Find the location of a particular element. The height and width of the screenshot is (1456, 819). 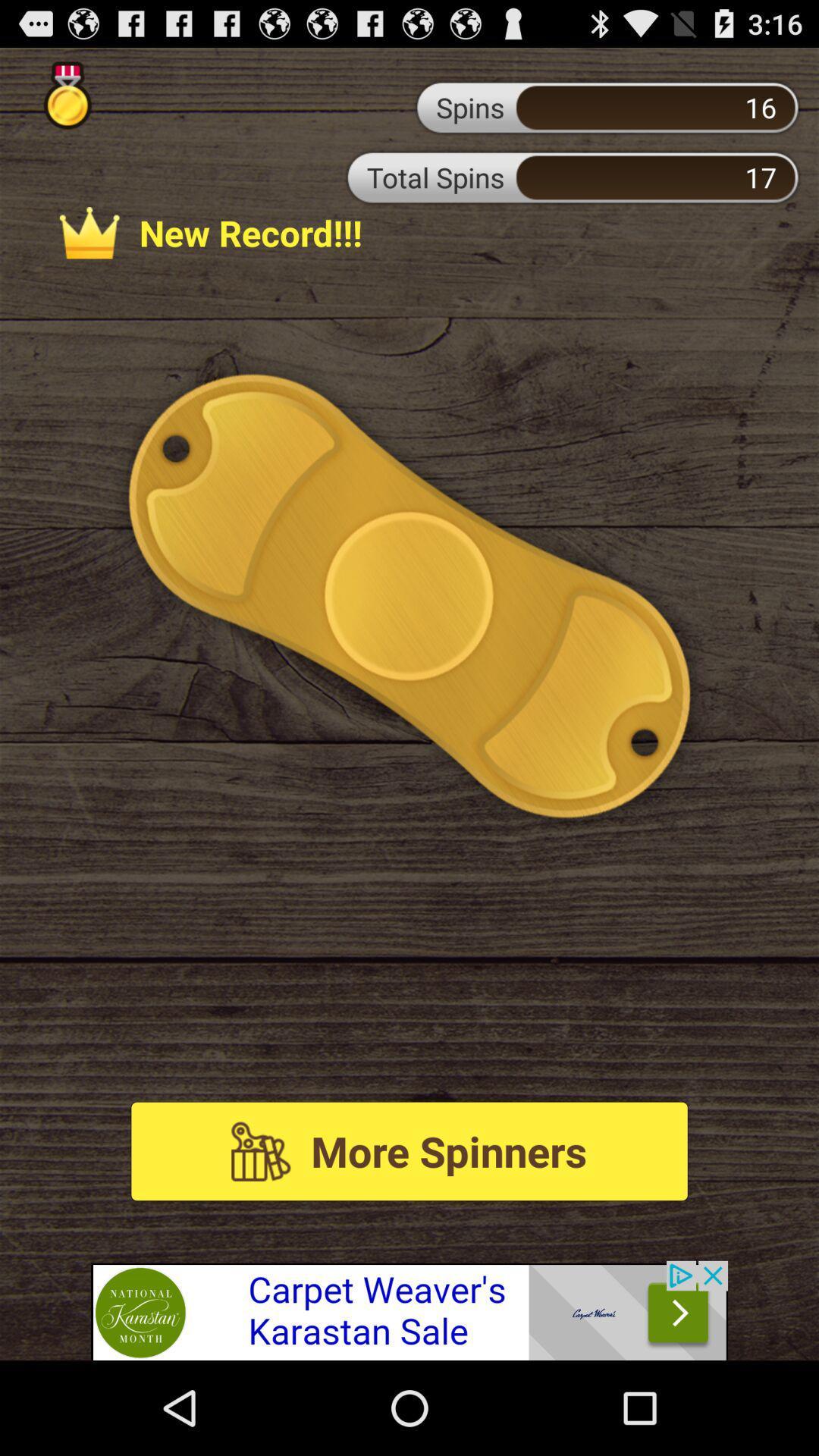

show gold medals earned is located at coordinates (67, 94).